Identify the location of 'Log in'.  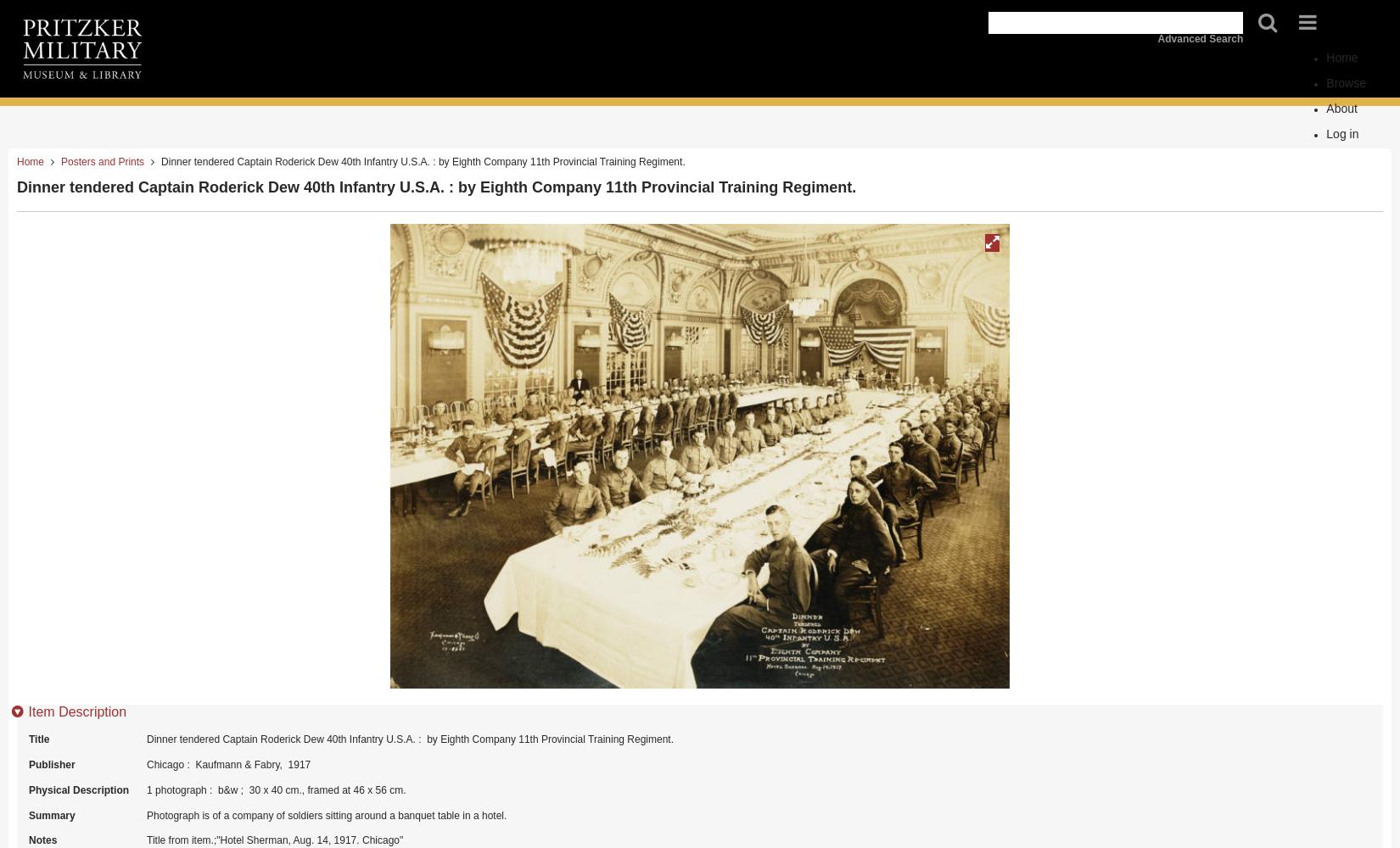
(1341, 134).